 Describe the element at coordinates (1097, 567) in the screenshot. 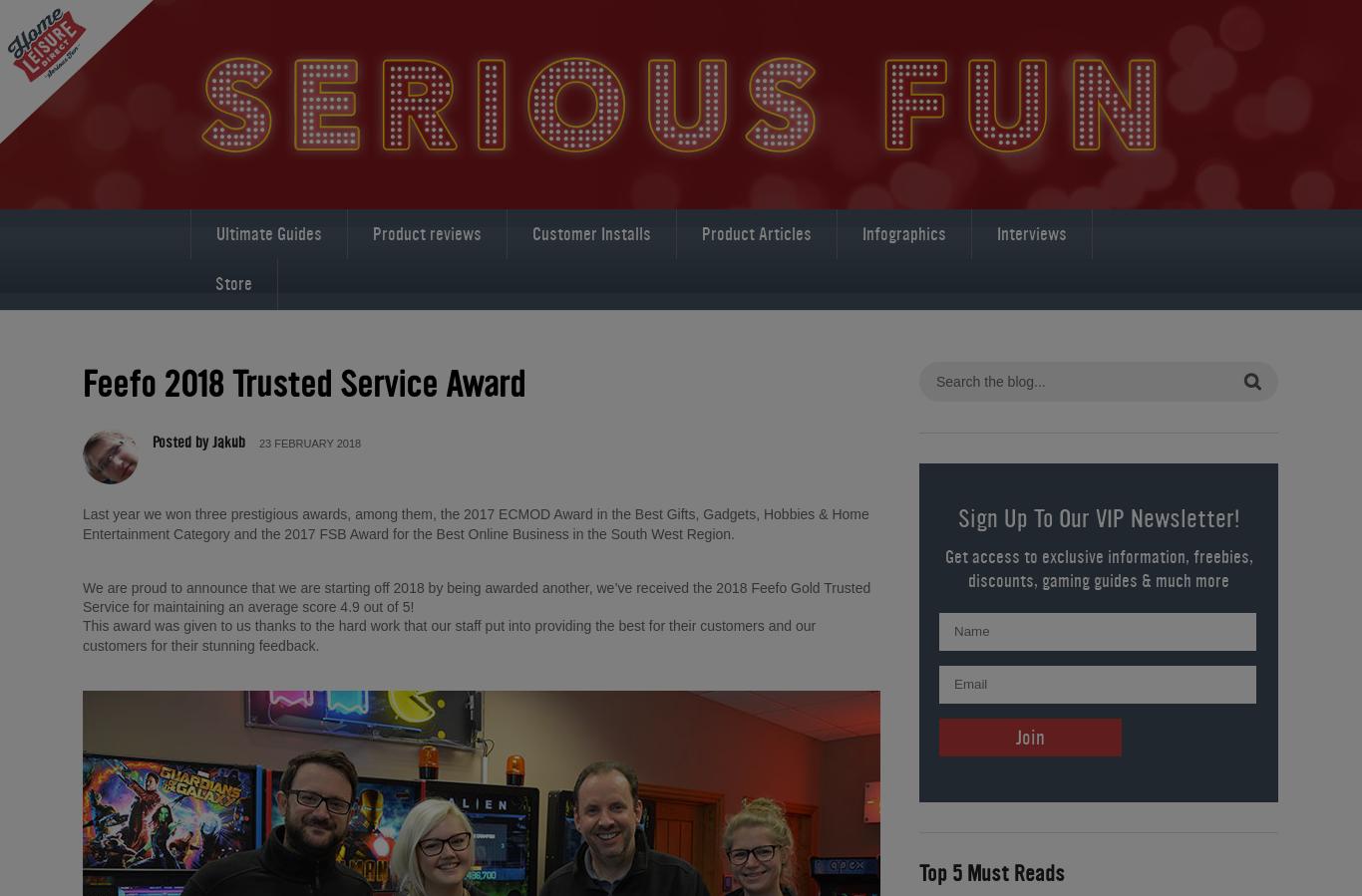

I see `'Get access to exclusive information, freebies, discounts, gaming guides & much more'` at that location.